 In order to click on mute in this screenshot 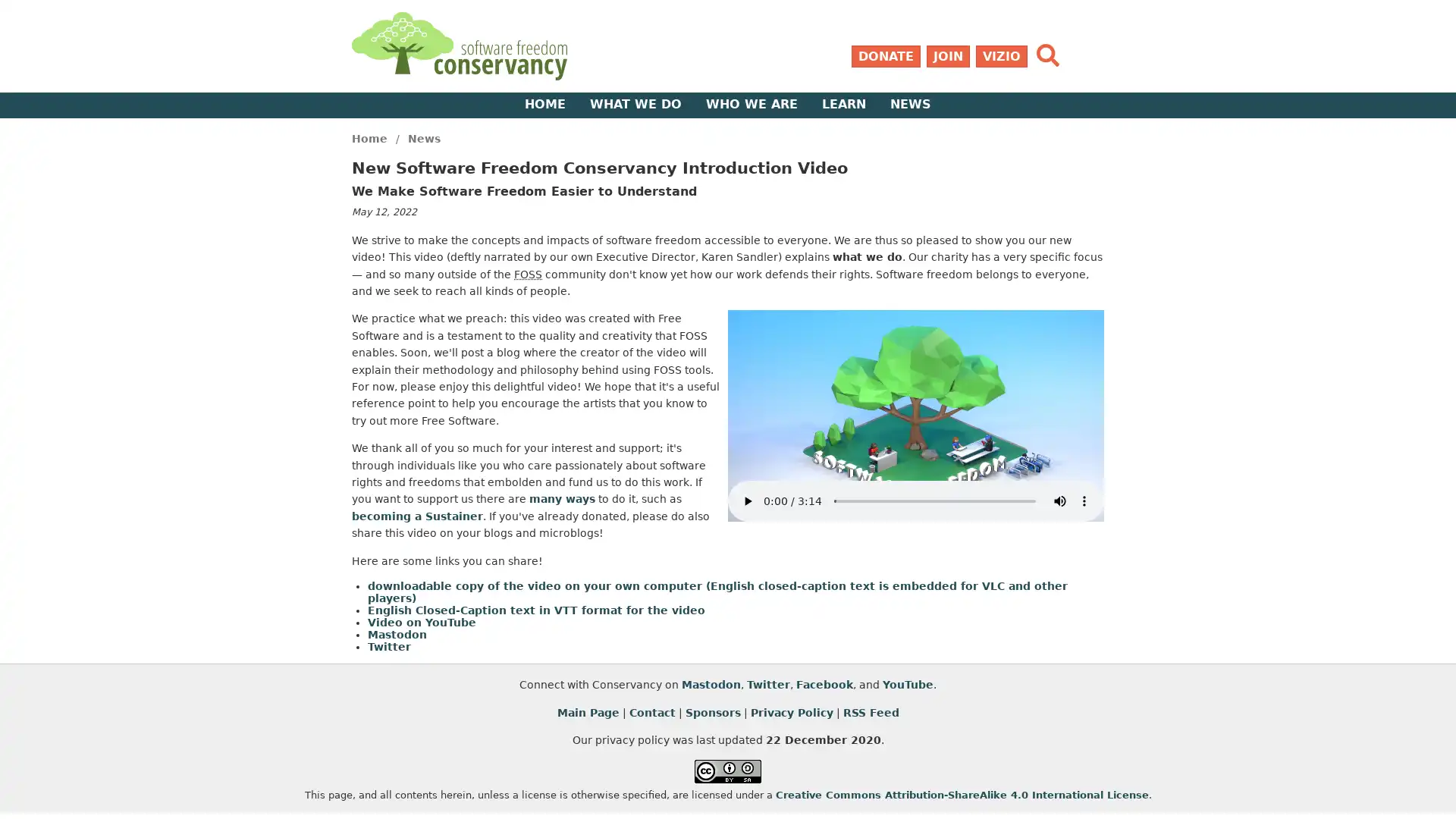, I will do `click(1059, 500)`.